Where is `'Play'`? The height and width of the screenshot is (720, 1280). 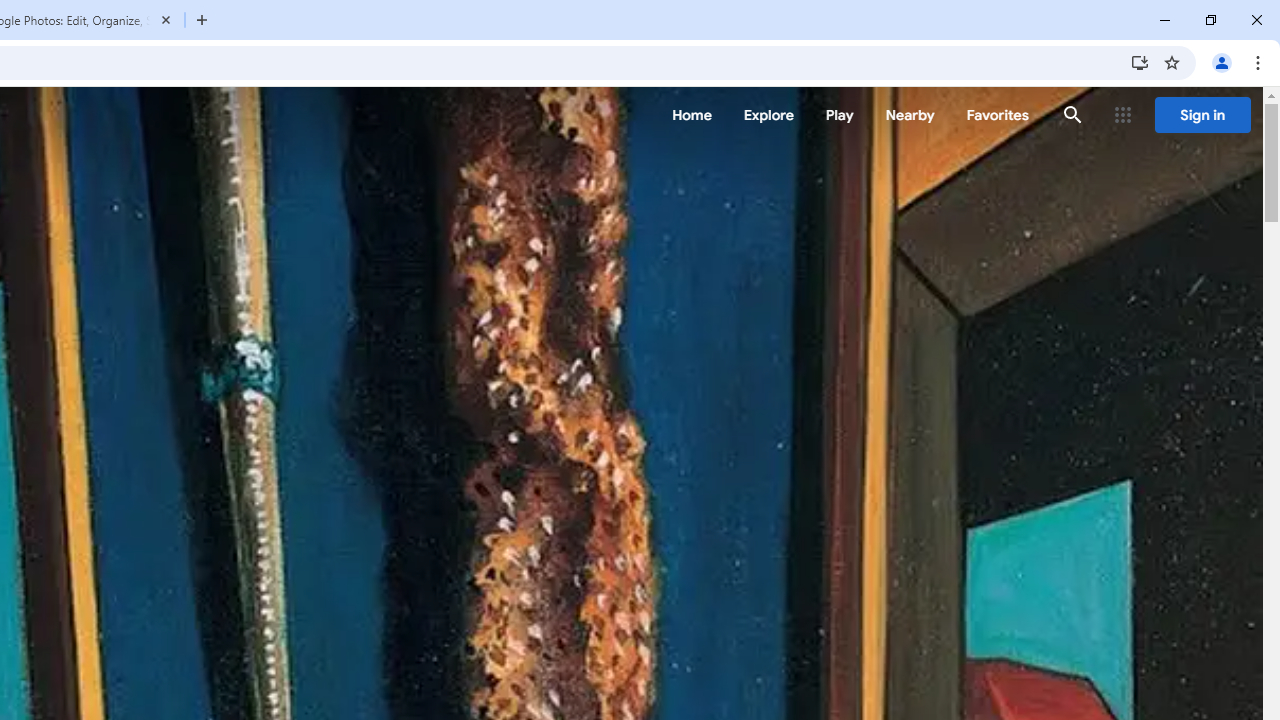 'Play' is located at coordinates (840, 115).